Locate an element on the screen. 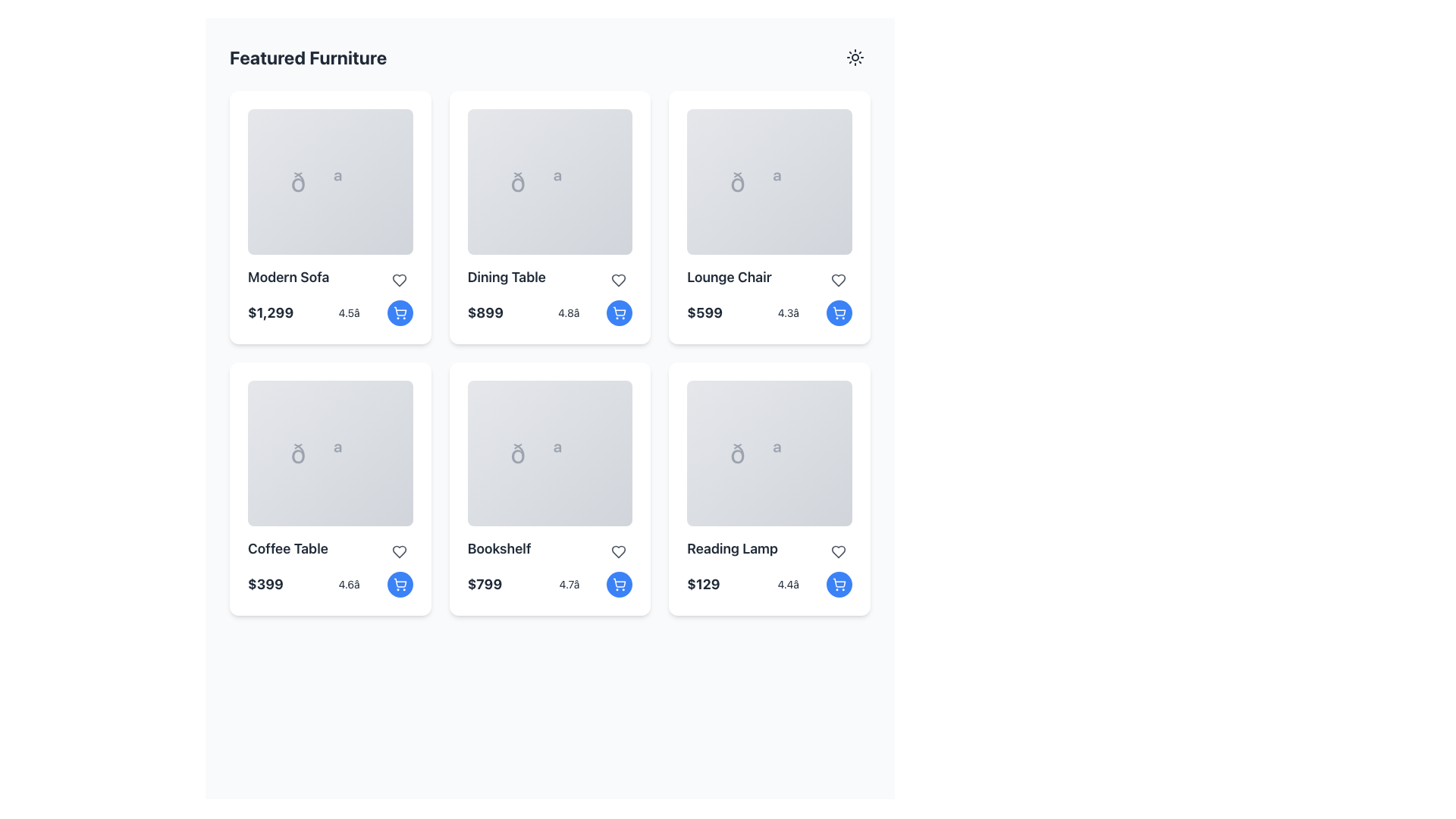 The width and height of the screenshot is (1456, 819). the circular blue button with a white shopping cart icon located at the bottom-right corner of the 'Reading Lamp' product card is located at coordinates (839, 584).